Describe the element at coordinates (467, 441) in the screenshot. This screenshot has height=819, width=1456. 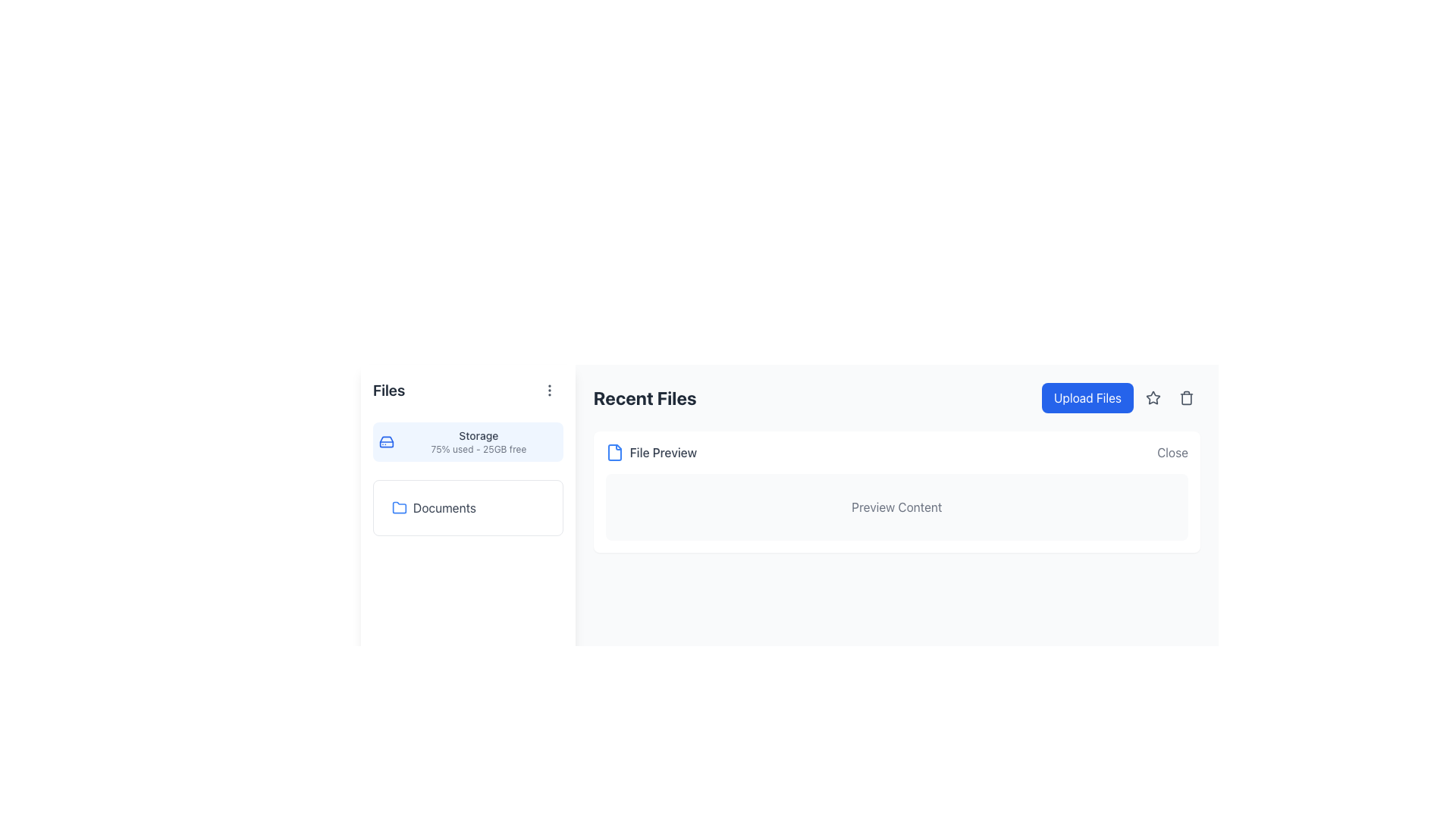
I see `the storage usage summary text block located under the 'Files' header for more details` at that location.